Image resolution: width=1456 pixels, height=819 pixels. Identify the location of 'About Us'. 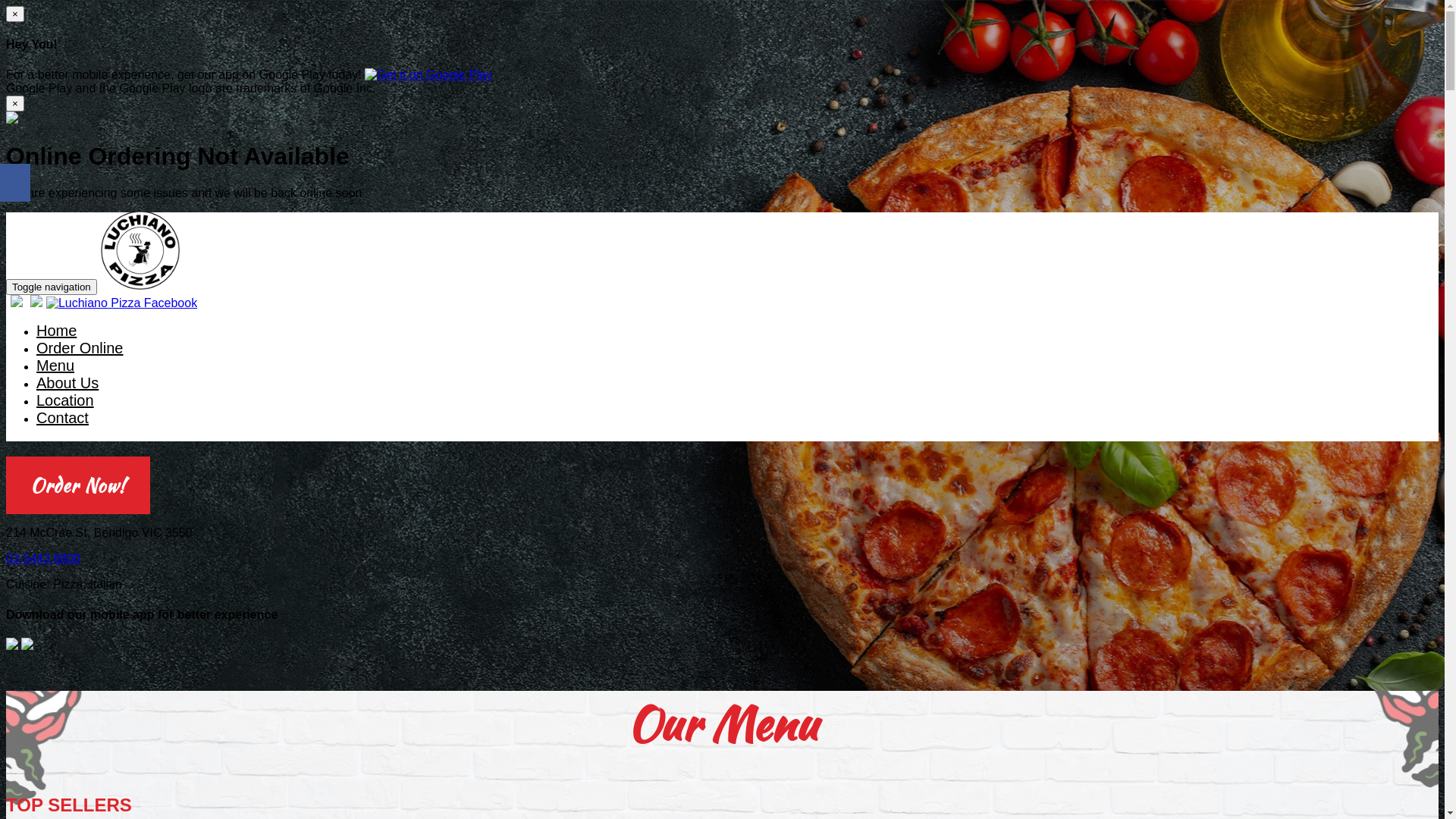
(67, 383).